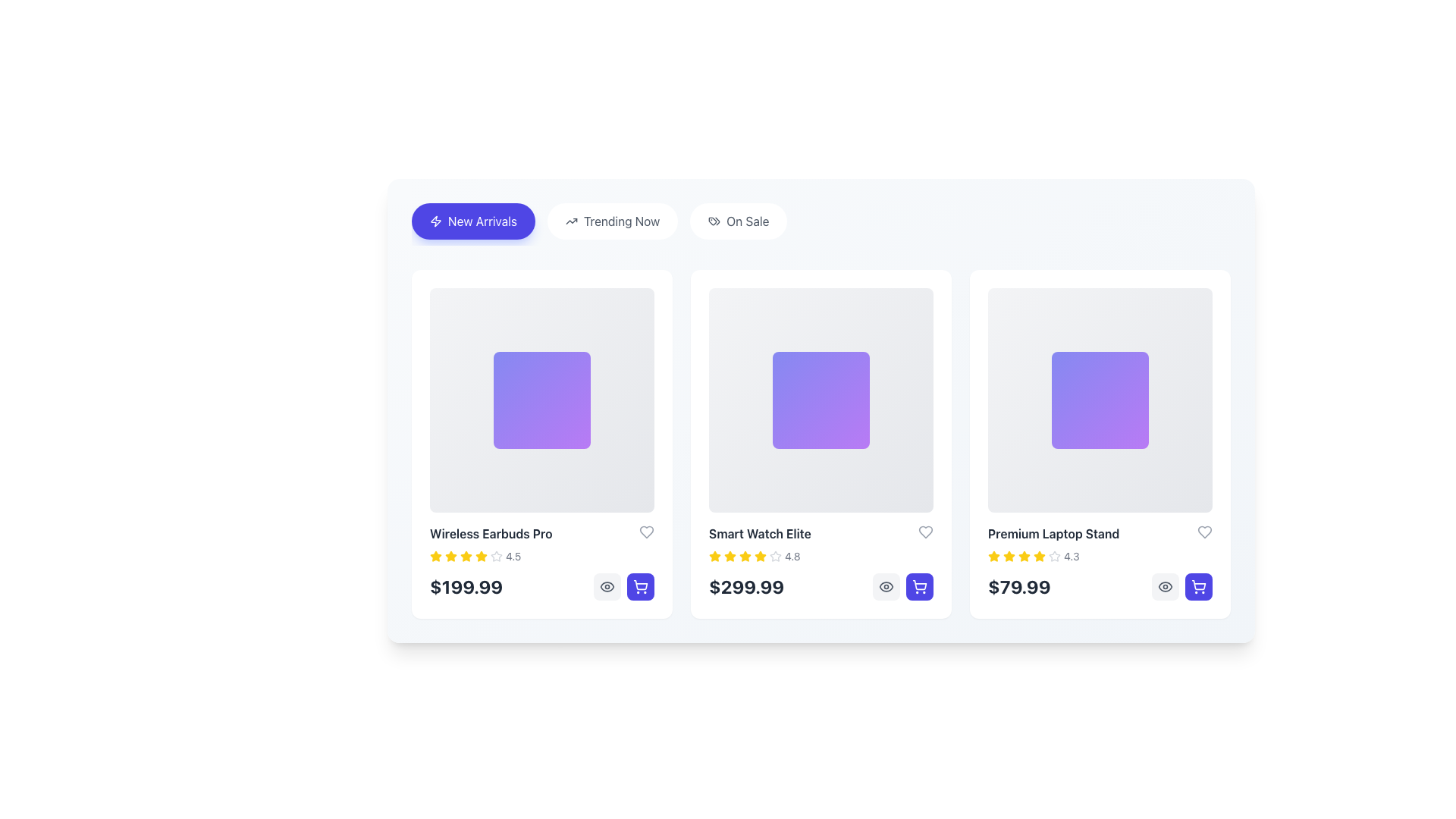 The image size is (1456, 819). What do you see at coordinates (435, 221) in the screenshot?
I see `the icon inside the 'New Arrivals' button, which is positioned to the left of the text label, enhancing the button's purpose` at bounding box center [435, 221].